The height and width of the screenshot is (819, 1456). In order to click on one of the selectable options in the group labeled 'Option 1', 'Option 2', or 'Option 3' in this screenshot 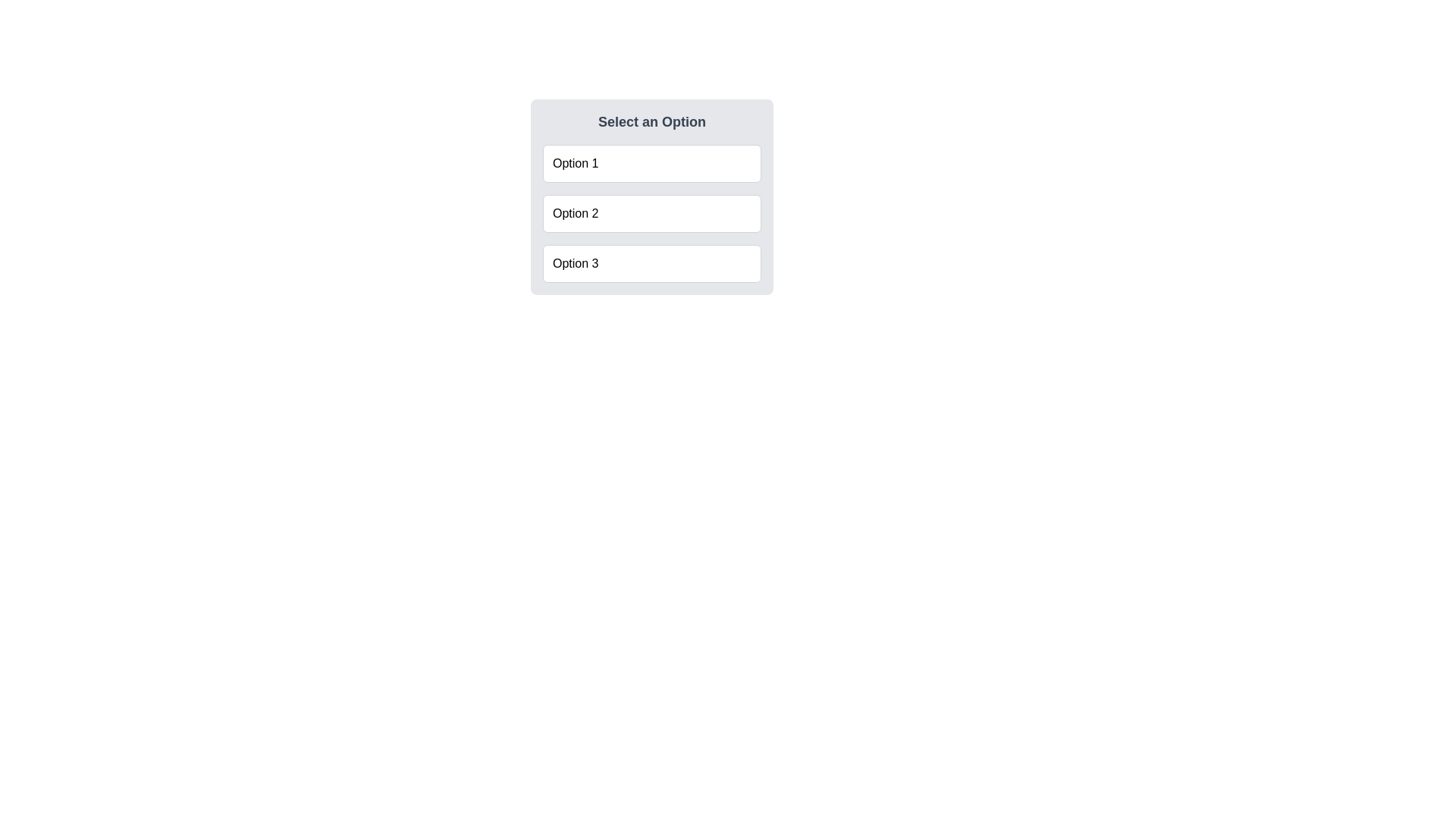, I will do `click(651, 196)`.